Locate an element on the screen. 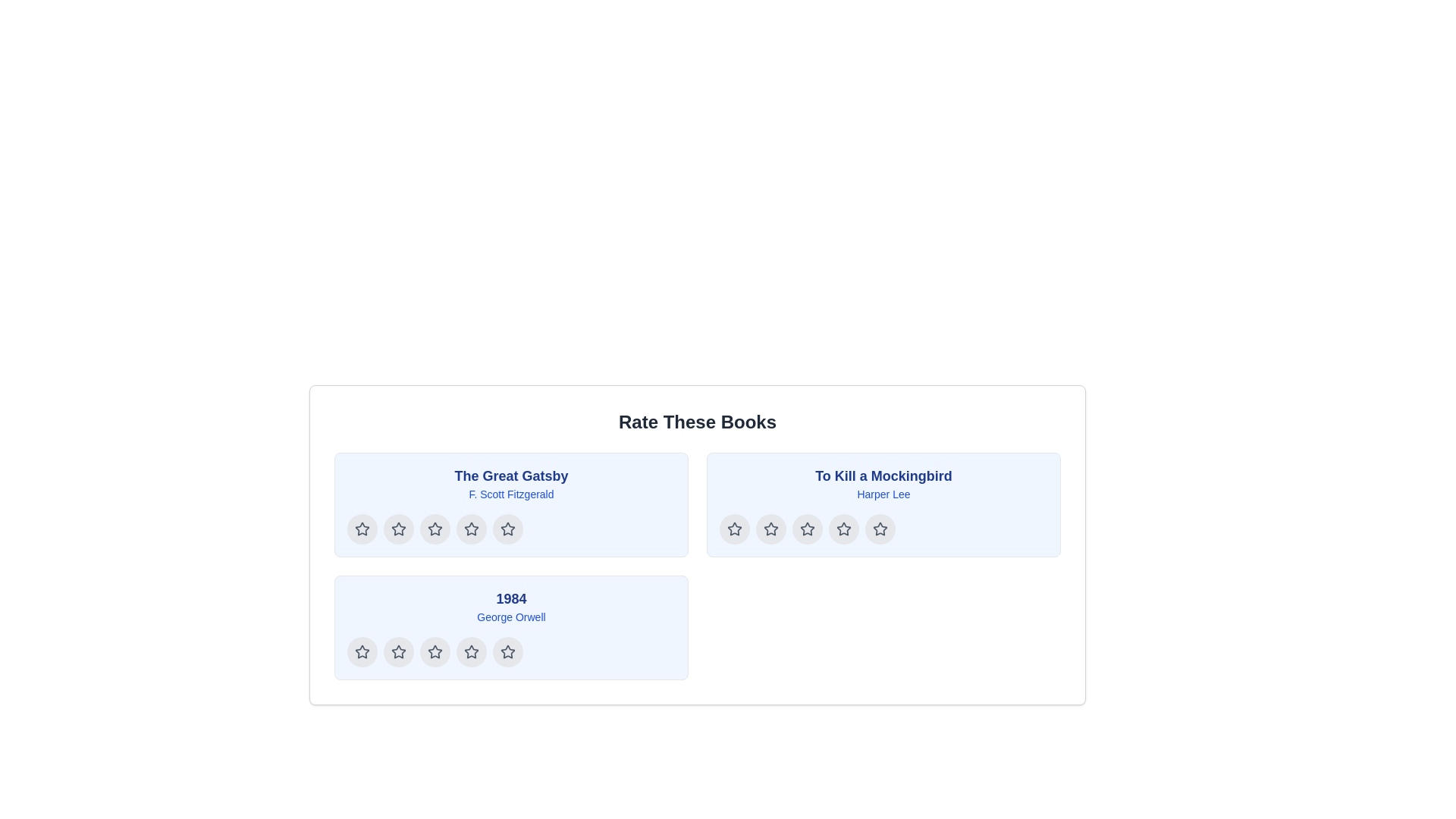 The image size is (1456, 819). the first interactive rating star icon for the book '1984' by George Orwell is located at coordinates (362, 651).